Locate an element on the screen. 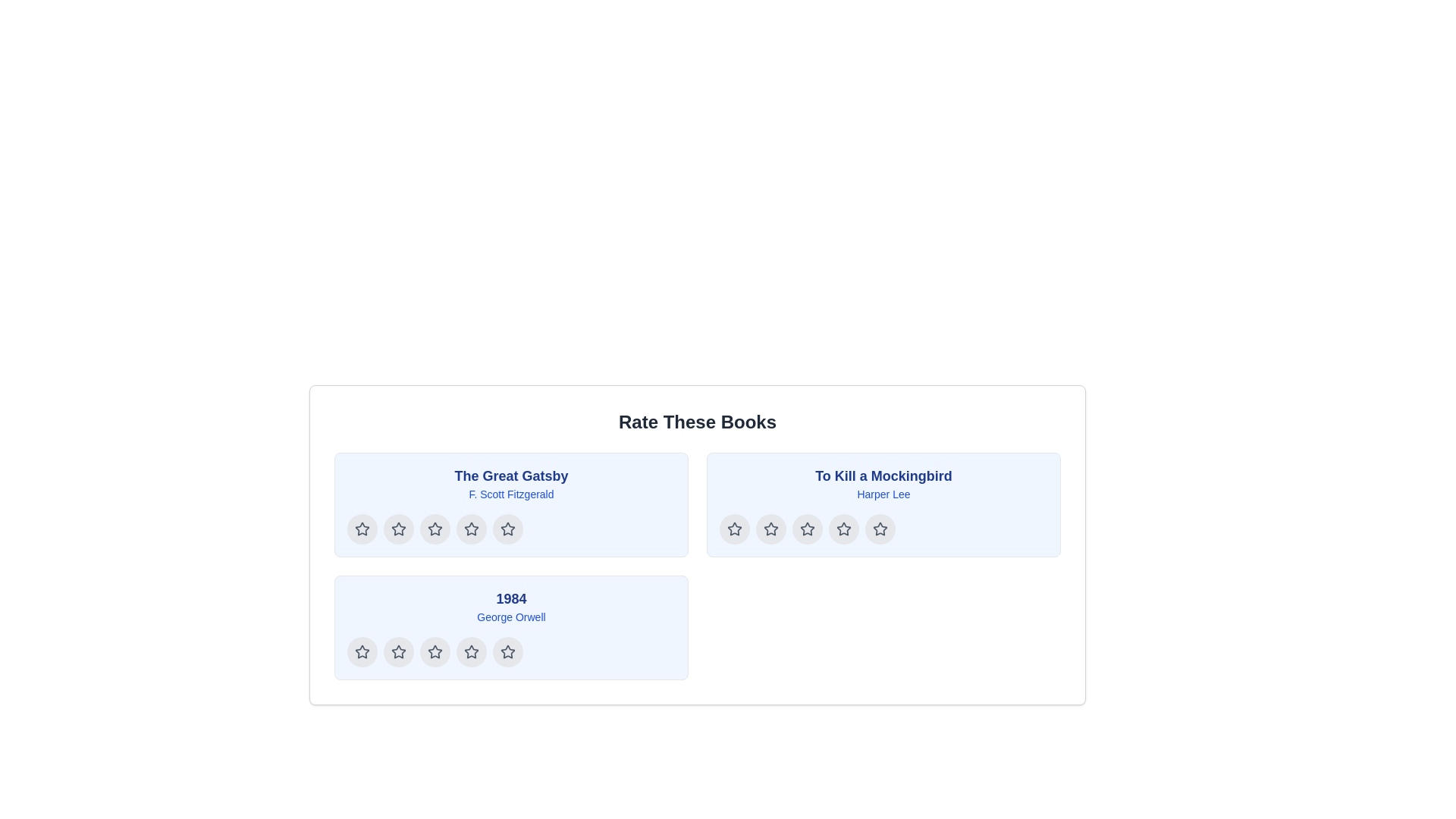 The image size is (1456, 819). the first interactive rating star icon for the book '1984' by George Orwell is located at coordinates (362, 651).